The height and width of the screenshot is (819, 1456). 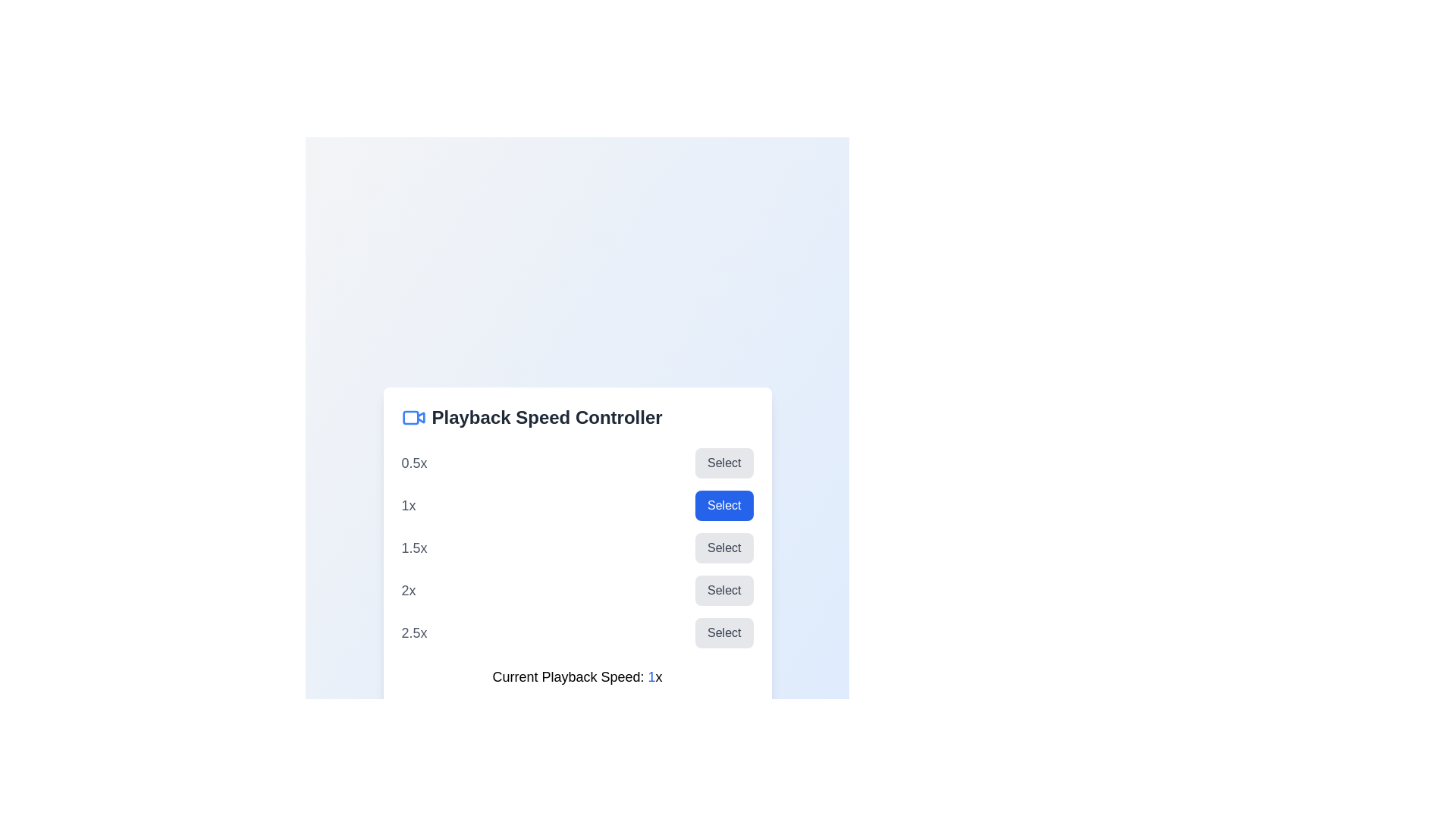 What do you see at coordinates (723, 548) in the screenshot?
I see `the 'Select' button, which is a rectangular button with rounded corners and a light gray background, located to the right of the '1.5x' label` at bounding box center [723, 548].